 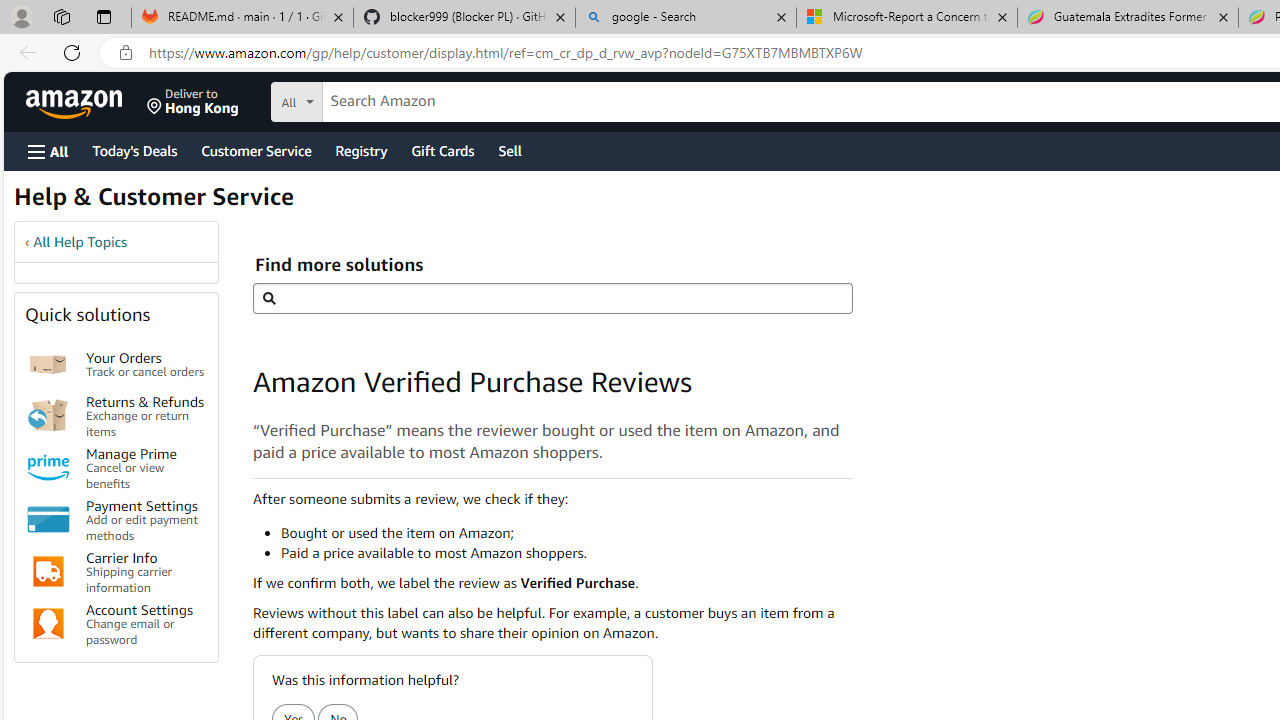 What do you see at coordinates (144, 571) in the screenshot?
I see `'Carrier Info Shipping carrier information'` at bounding box center [144, 571].